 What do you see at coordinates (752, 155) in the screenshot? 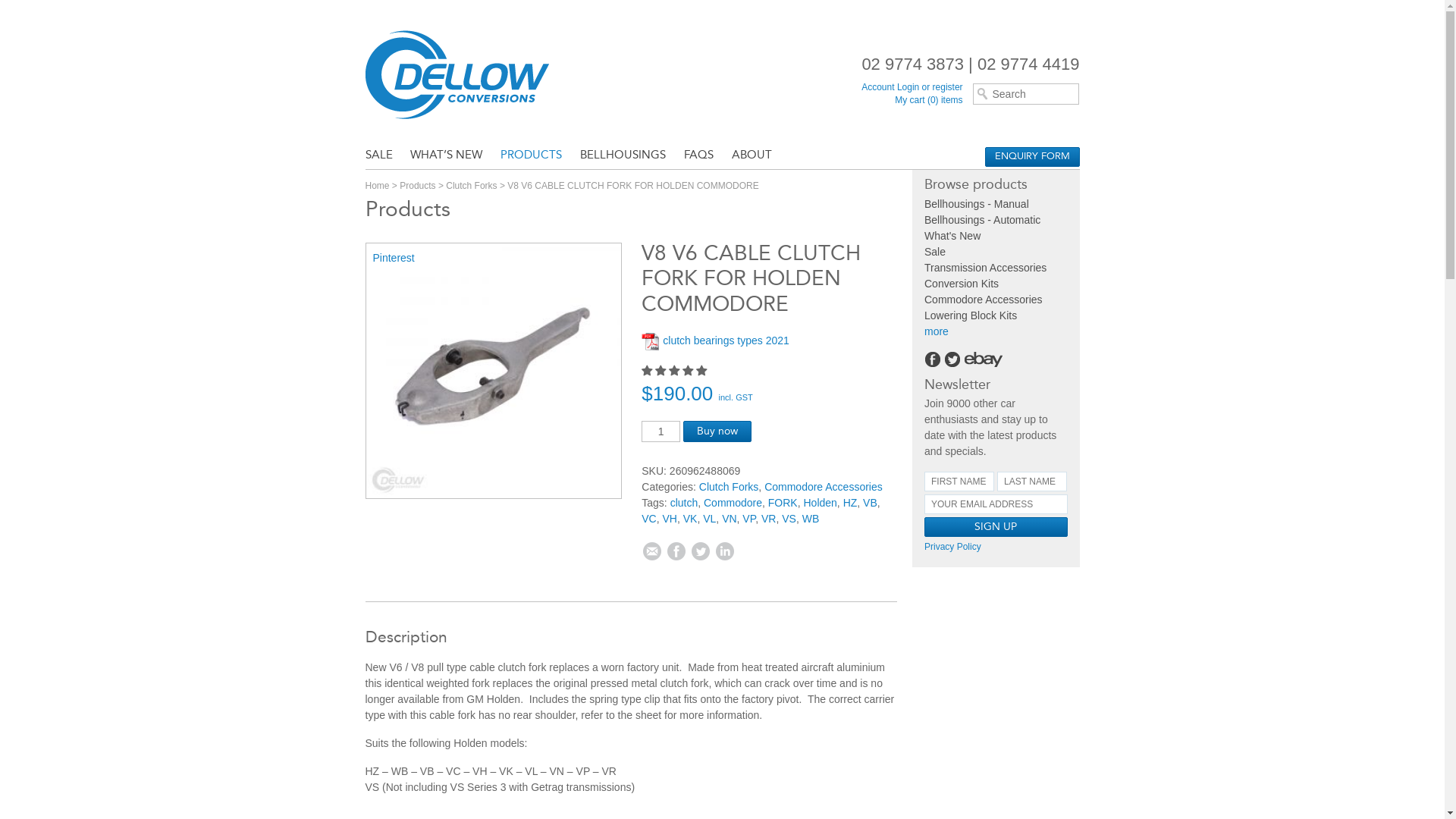
I see `'ABOUT'` at bounding box center [752, 155].